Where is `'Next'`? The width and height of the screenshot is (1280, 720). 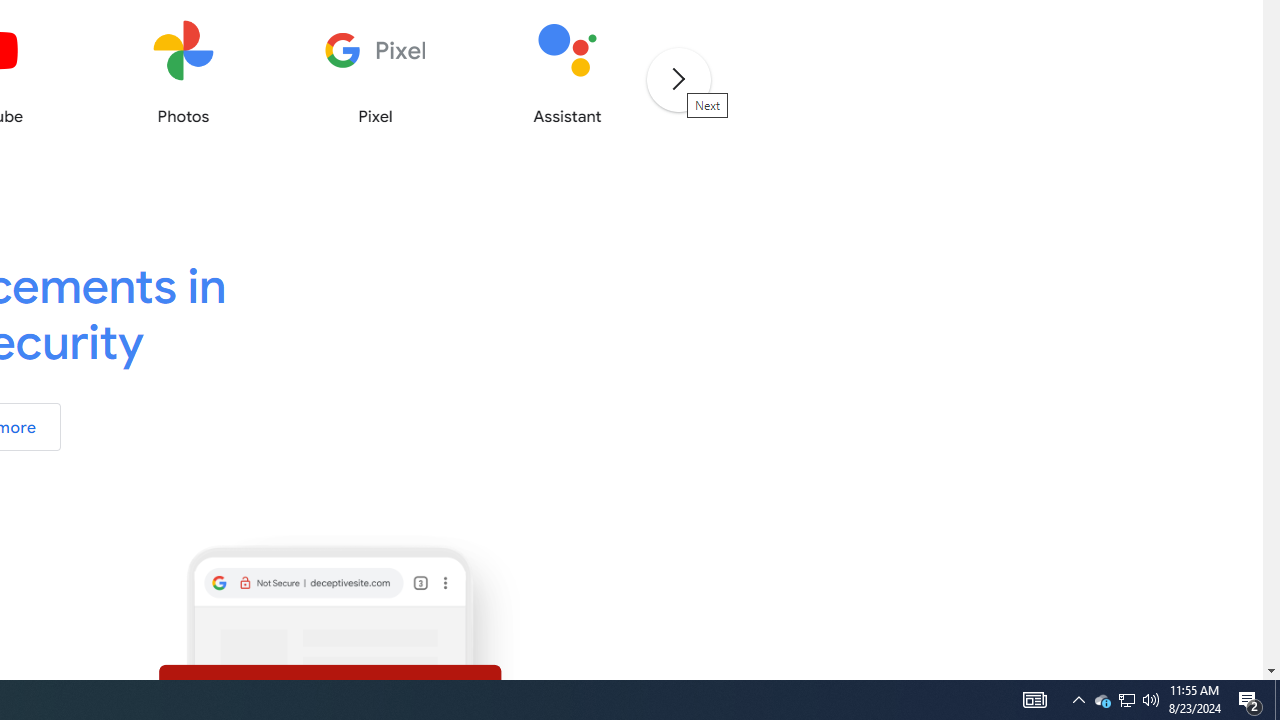
'Next' is located at coordinates (677, 77).